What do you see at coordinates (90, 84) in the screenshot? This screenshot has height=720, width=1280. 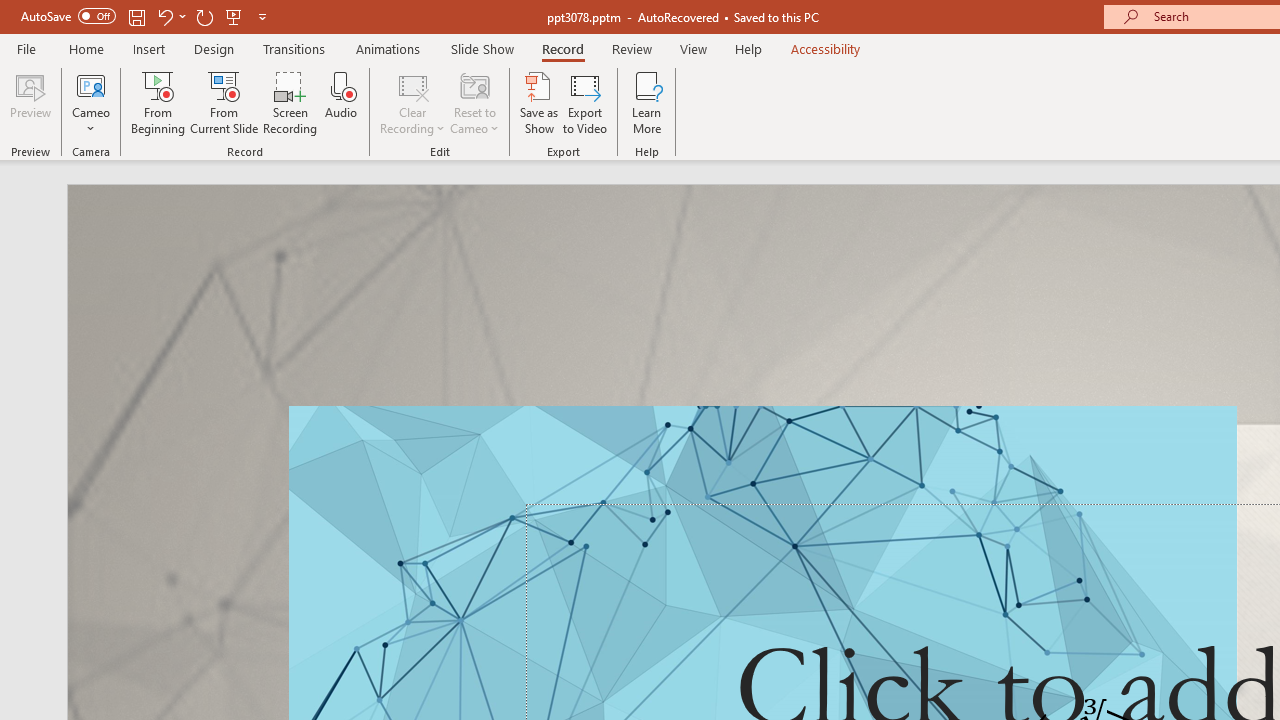 I see `'Cameo'` at bounding box center [90, 84].